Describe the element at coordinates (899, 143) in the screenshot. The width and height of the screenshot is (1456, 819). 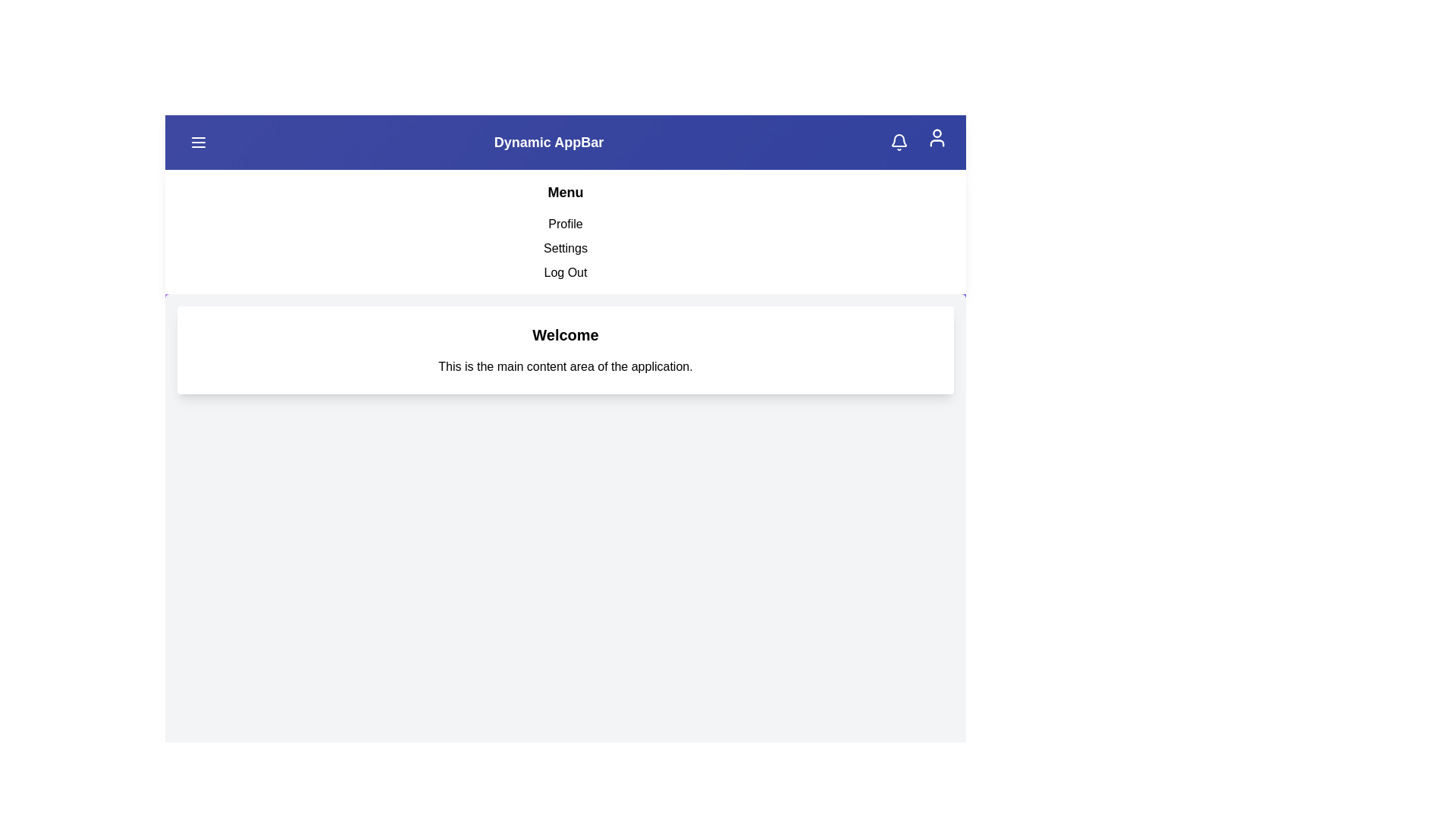
I see `the bell icon to toggle notifications` at that location.